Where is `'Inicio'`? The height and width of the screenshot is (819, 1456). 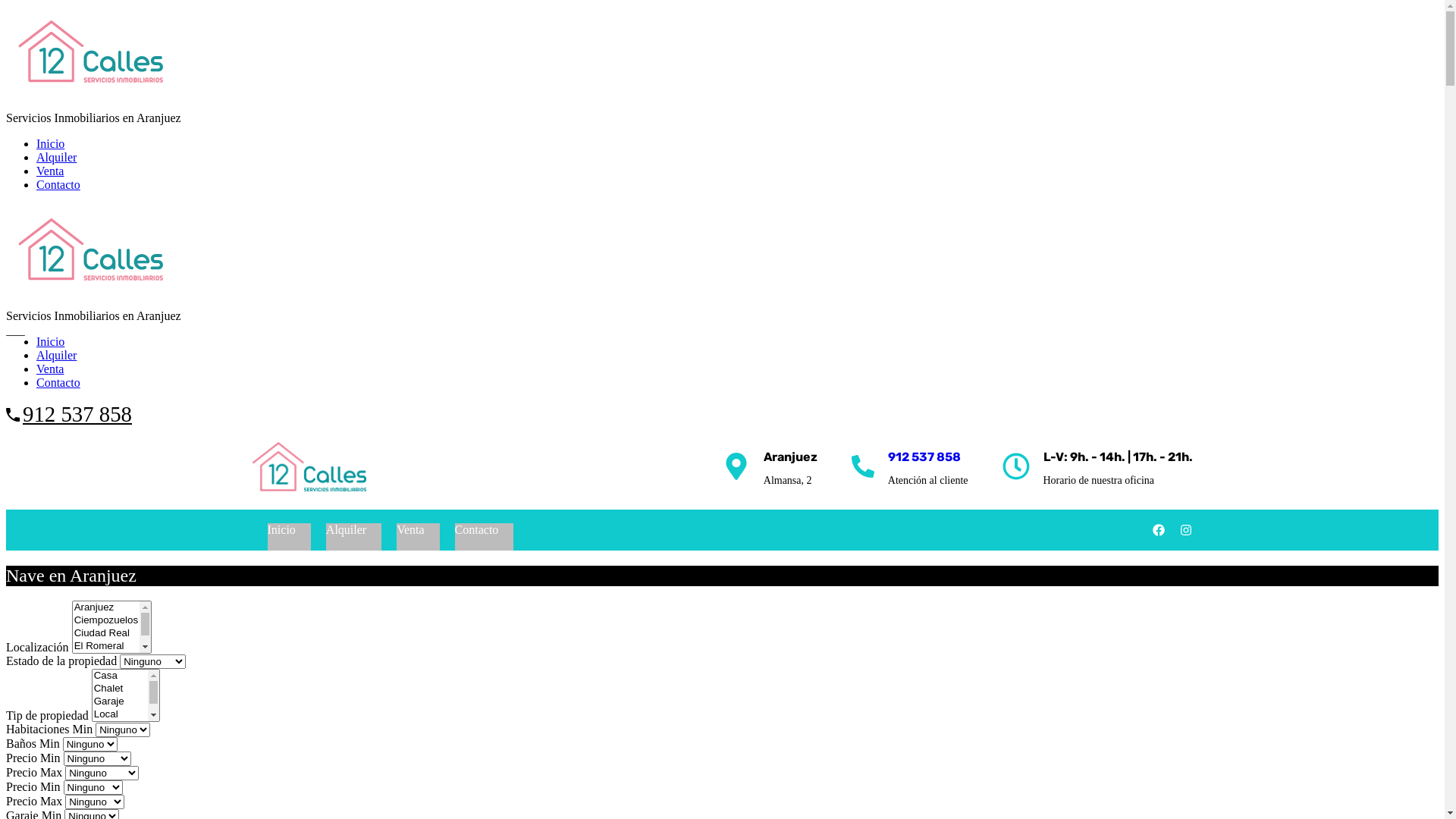 'Inicio' is located at coordinates (281, 529).